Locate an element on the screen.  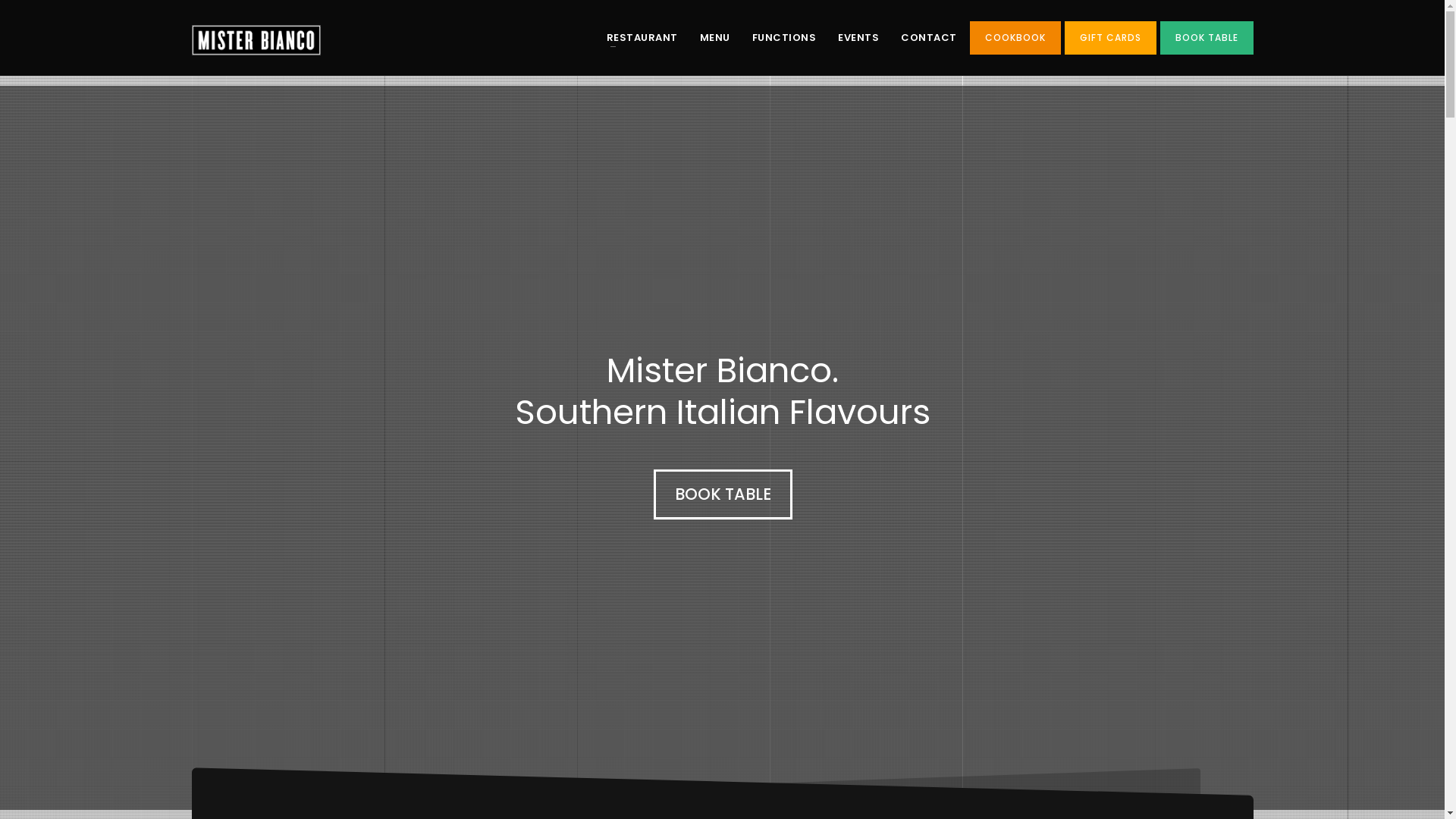
'FUNCTIONS' is located at coordinates (784, 37).